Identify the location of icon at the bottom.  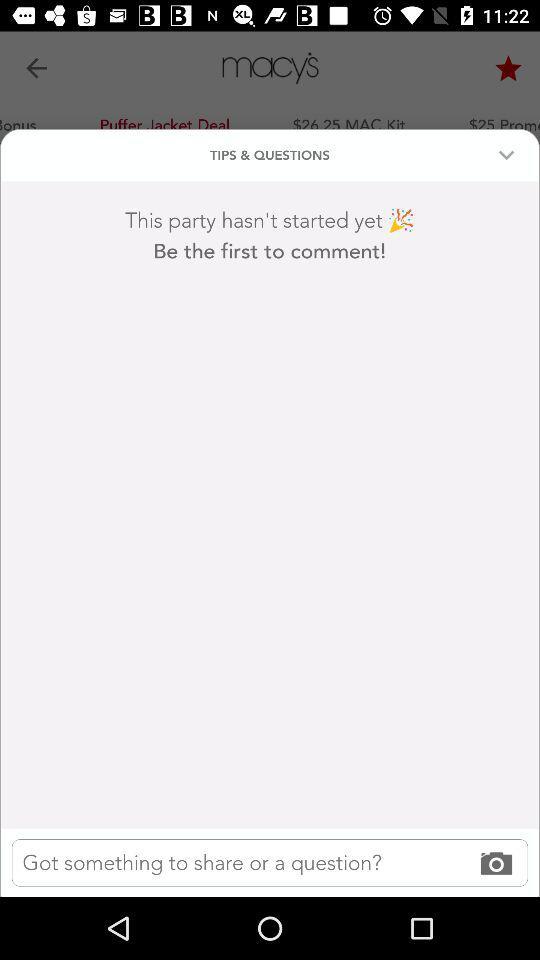
(270, 861).